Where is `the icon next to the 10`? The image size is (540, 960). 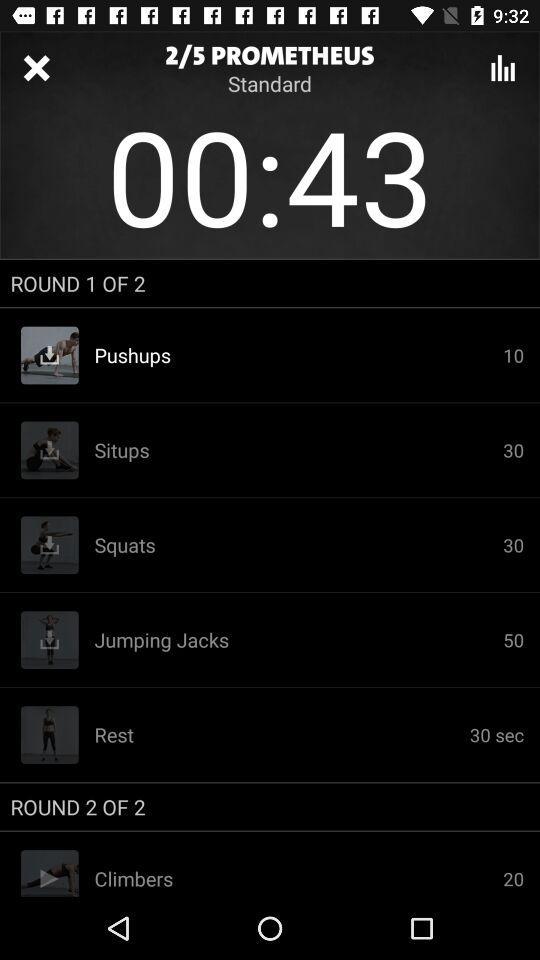
the icon next to the 10 is located at coordinates (297, 450).